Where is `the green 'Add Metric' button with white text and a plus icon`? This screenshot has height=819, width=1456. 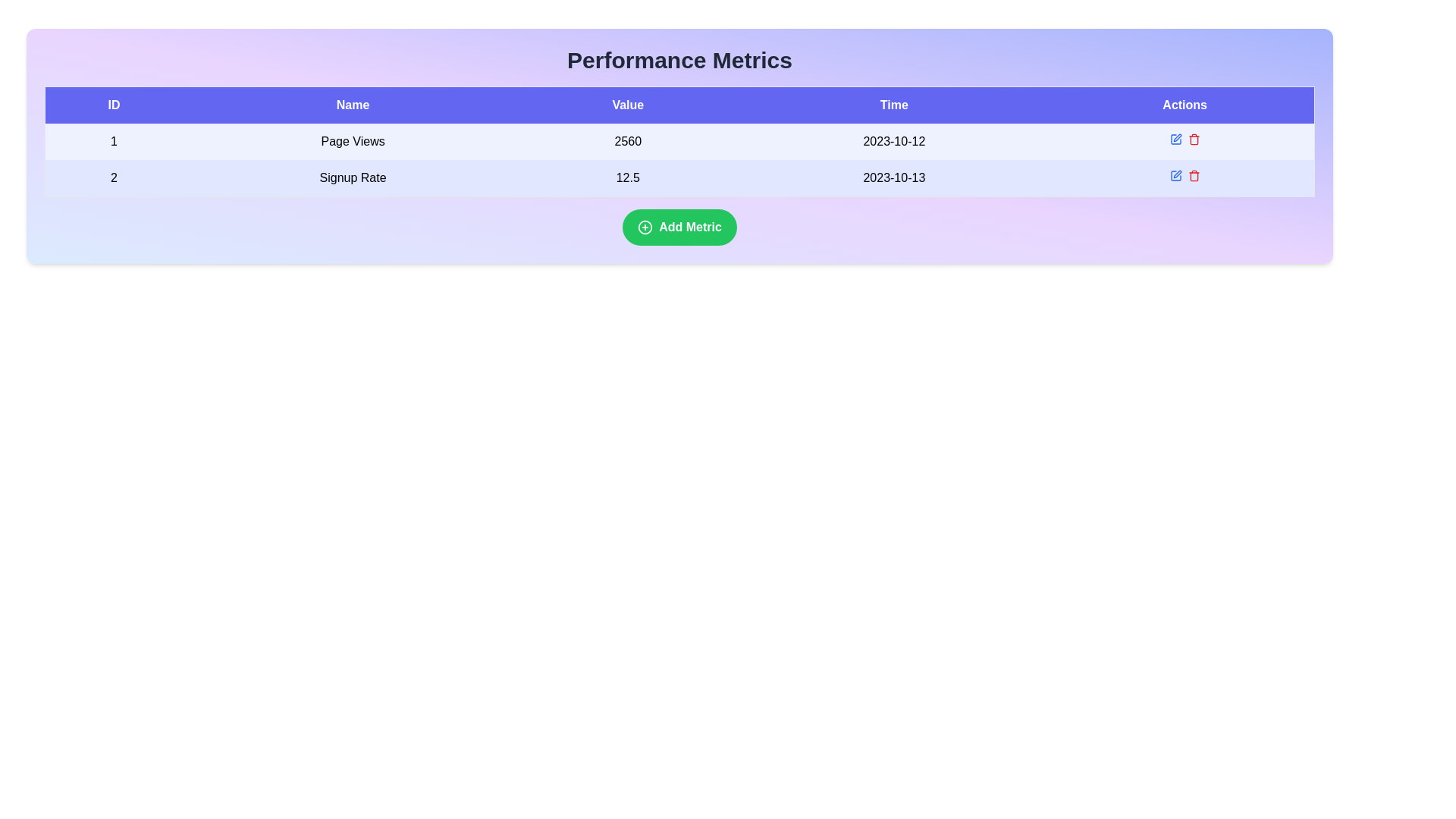
the green 'Add Metric' button with white text and a plus icon is located at coordinates (679, 227).